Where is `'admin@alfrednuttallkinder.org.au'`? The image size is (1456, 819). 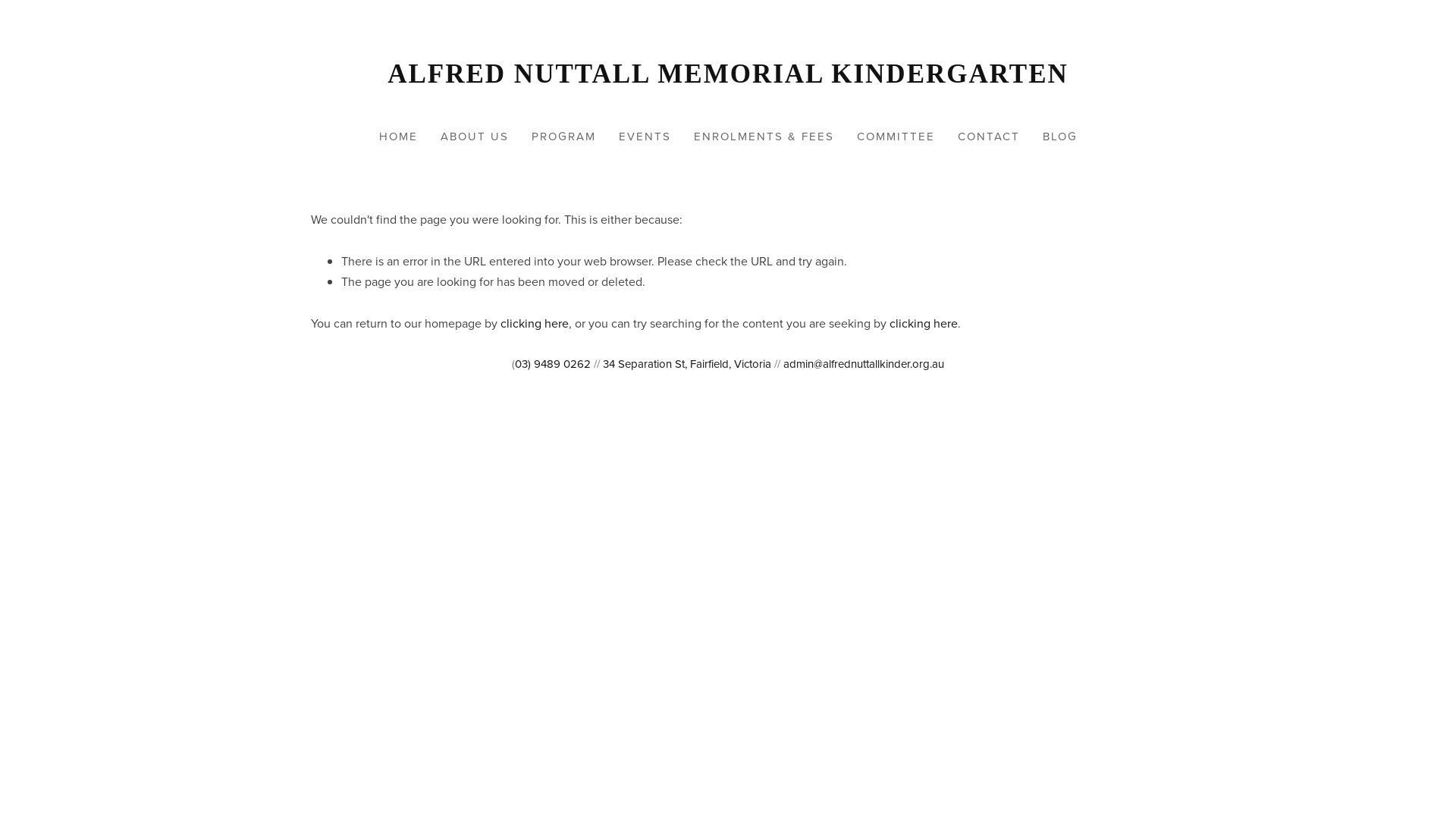 'admin@alfrednuttallkinder.org.au' is located at coordinates (863, 363).